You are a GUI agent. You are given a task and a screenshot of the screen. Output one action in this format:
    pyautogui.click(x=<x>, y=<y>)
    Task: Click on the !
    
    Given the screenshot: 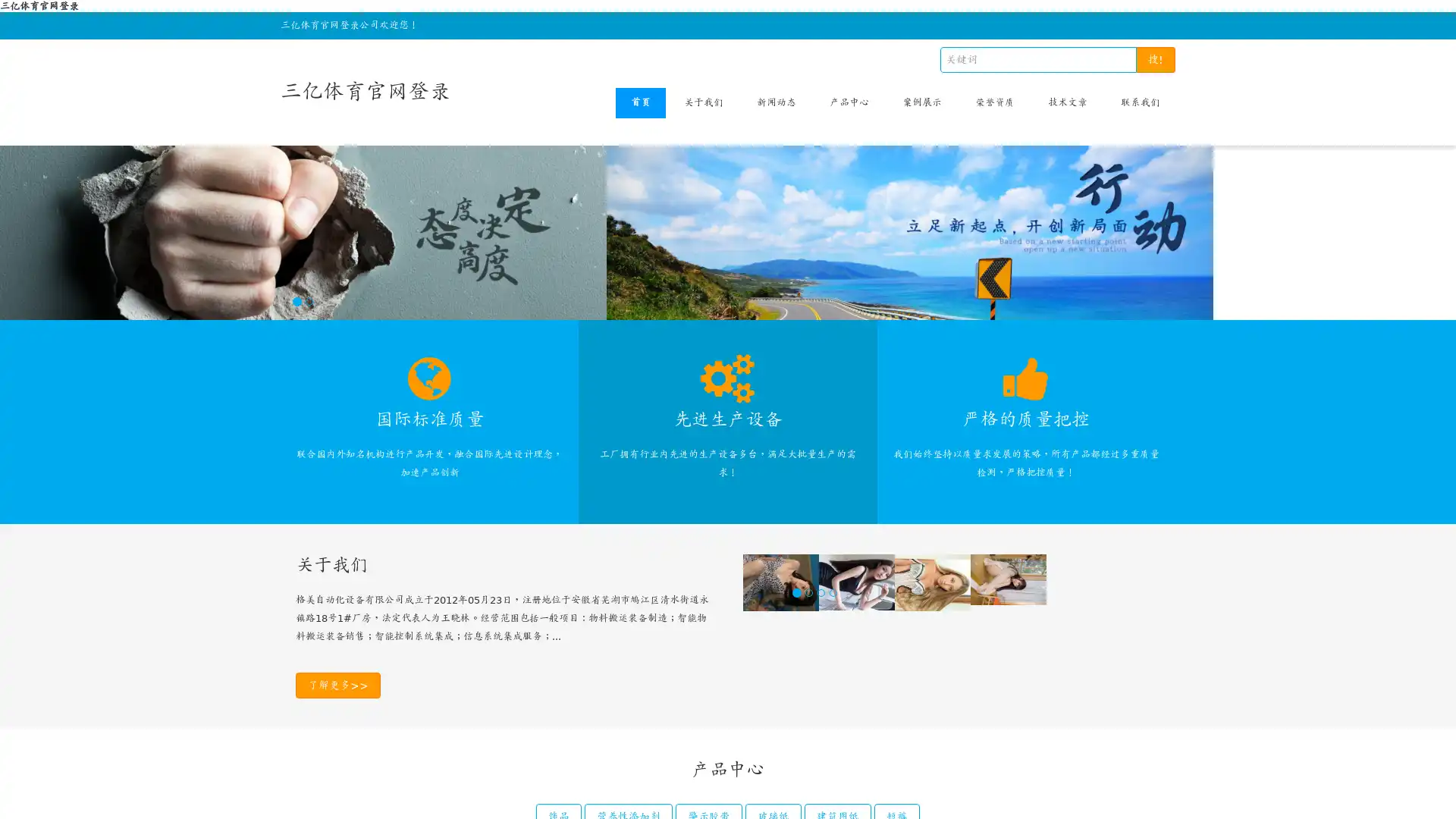 What is the action you would take?
    pyautogui.click(x=1155, y=58)
    